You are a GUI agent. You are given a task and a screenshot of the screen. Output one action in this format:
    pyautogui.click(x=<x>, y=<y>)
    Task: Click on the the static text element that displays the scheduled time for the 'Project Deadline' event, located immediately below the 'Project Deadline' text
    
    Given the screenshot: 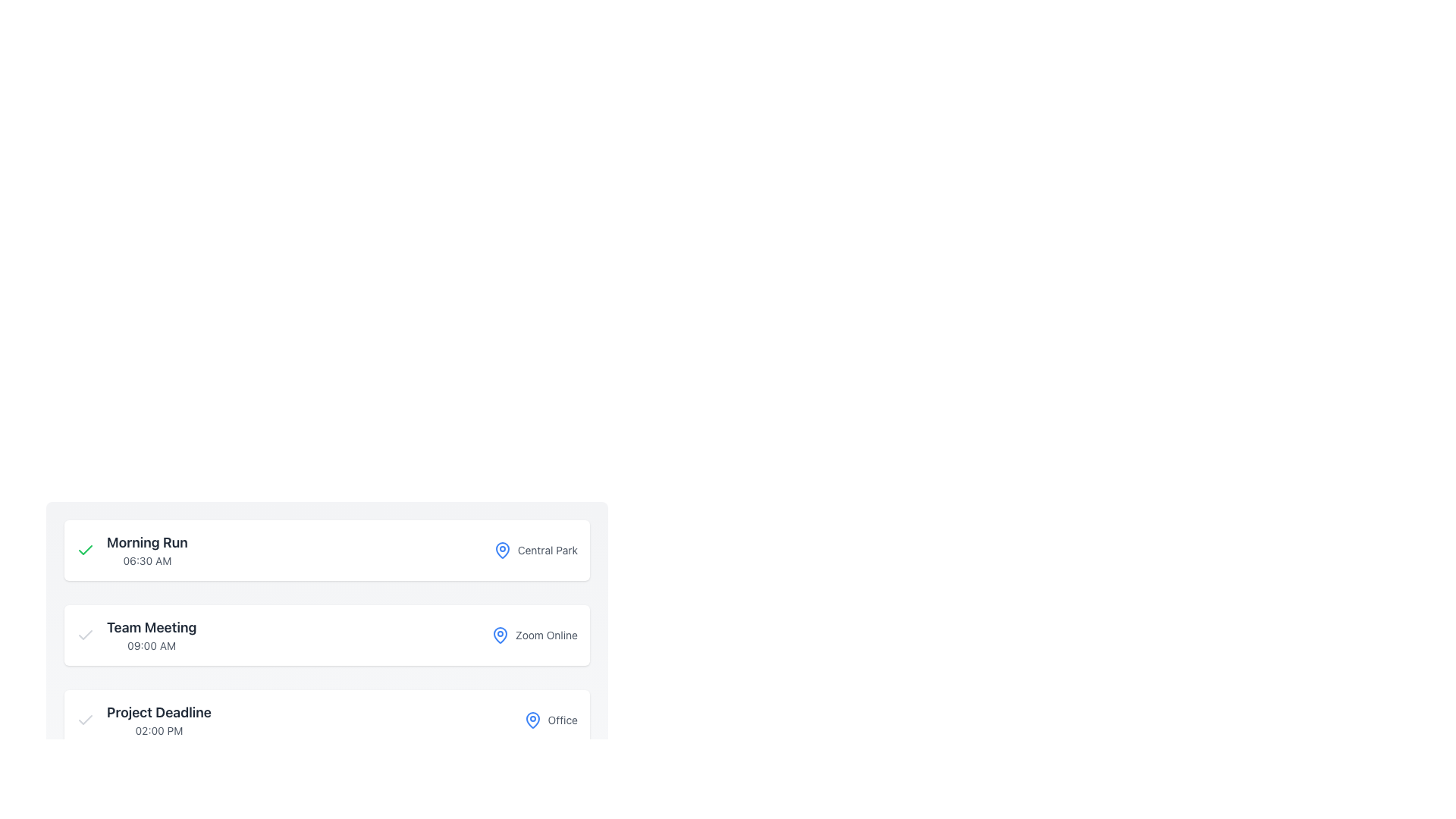 What is the action you would take?
    pyautogui.click(x=159, y=730)
    